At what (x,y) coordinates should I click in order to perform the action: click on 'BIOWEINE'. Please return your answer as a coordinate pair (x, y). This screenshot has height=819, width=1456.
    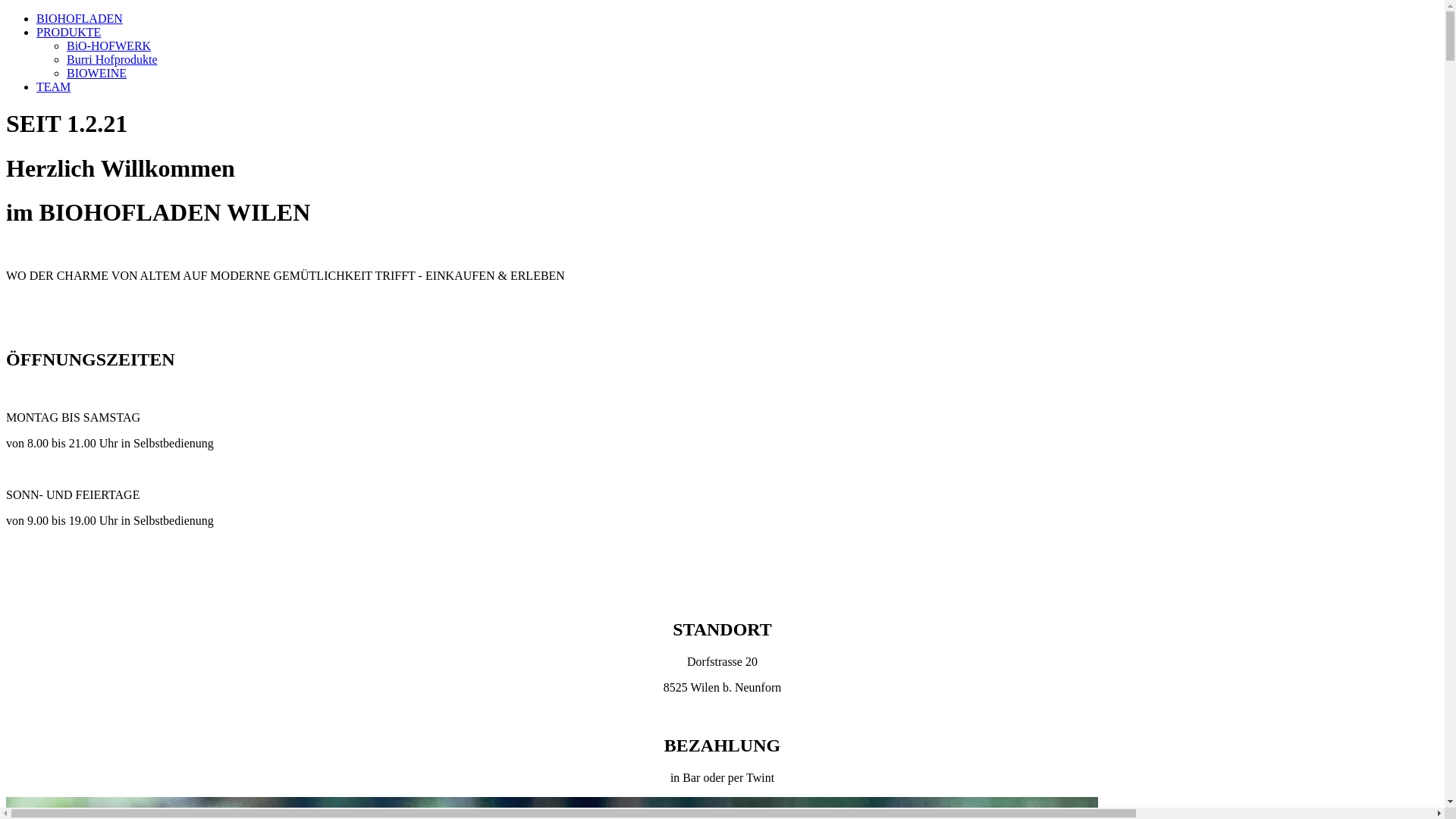
    Looking at the image, I should click on (96, 73).